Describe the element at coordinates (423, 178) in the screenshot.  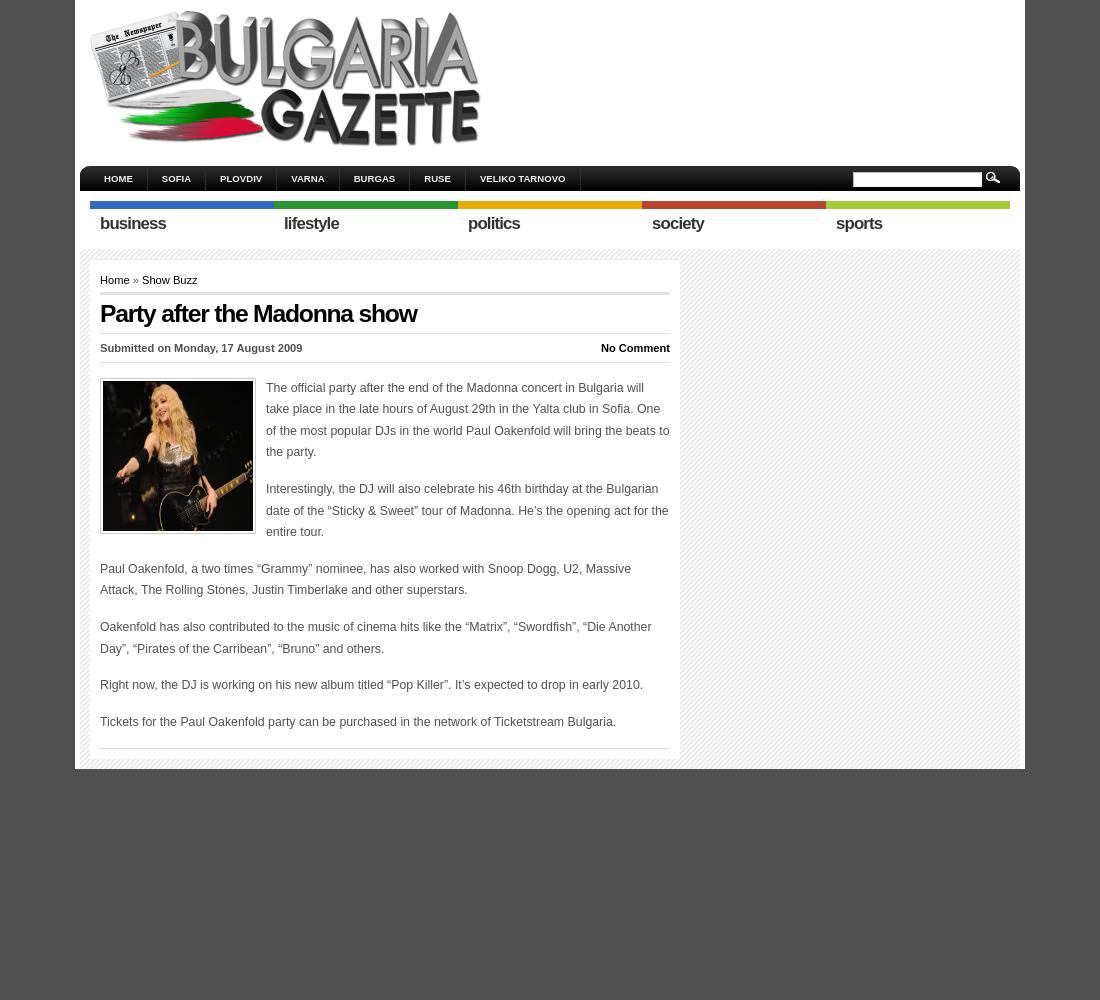
I see `'Ruse'` at that location.